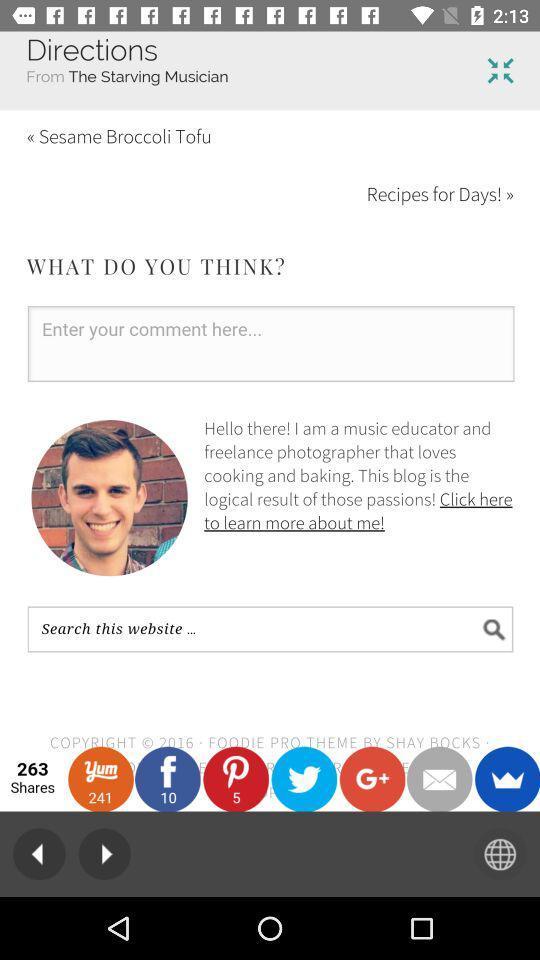  What do you see at coordinates (499, 70) in the screenshot?
I see `the fullscreen icon` at bounding box center [499, 70].